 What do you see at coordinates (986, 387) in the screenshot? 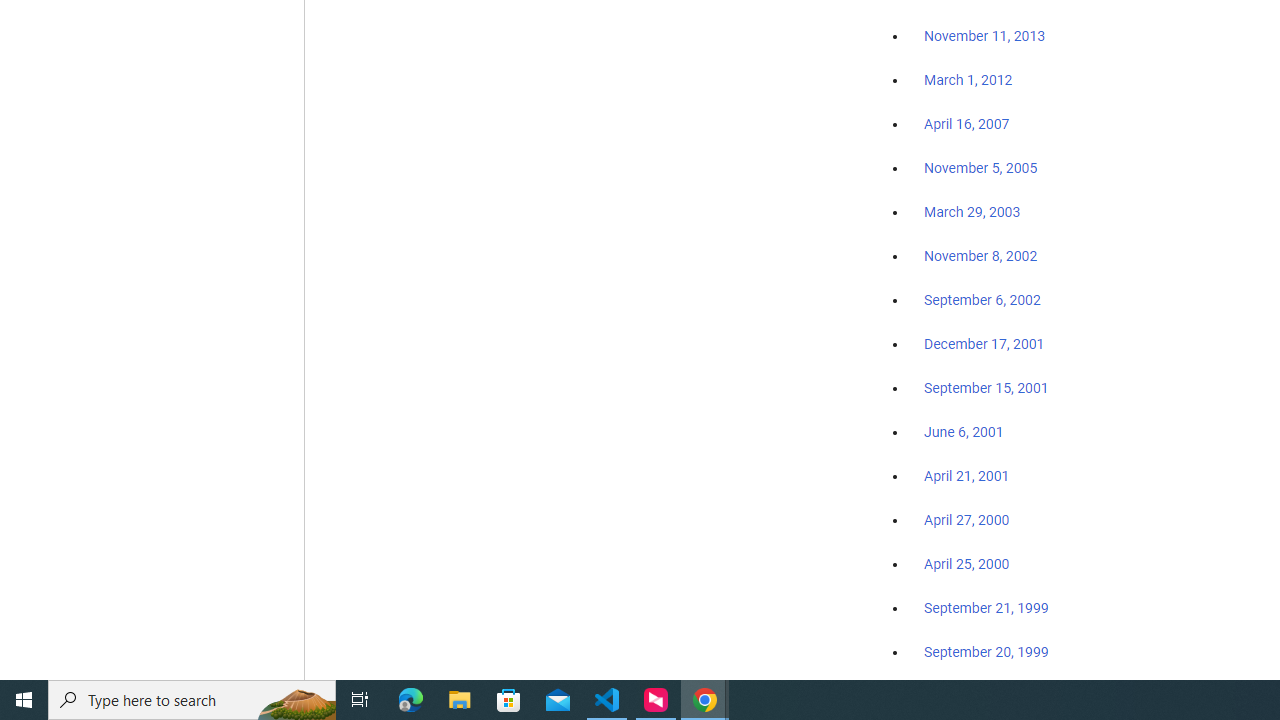
I see `'September 15, 2001'` at bounding box center [986, 387].